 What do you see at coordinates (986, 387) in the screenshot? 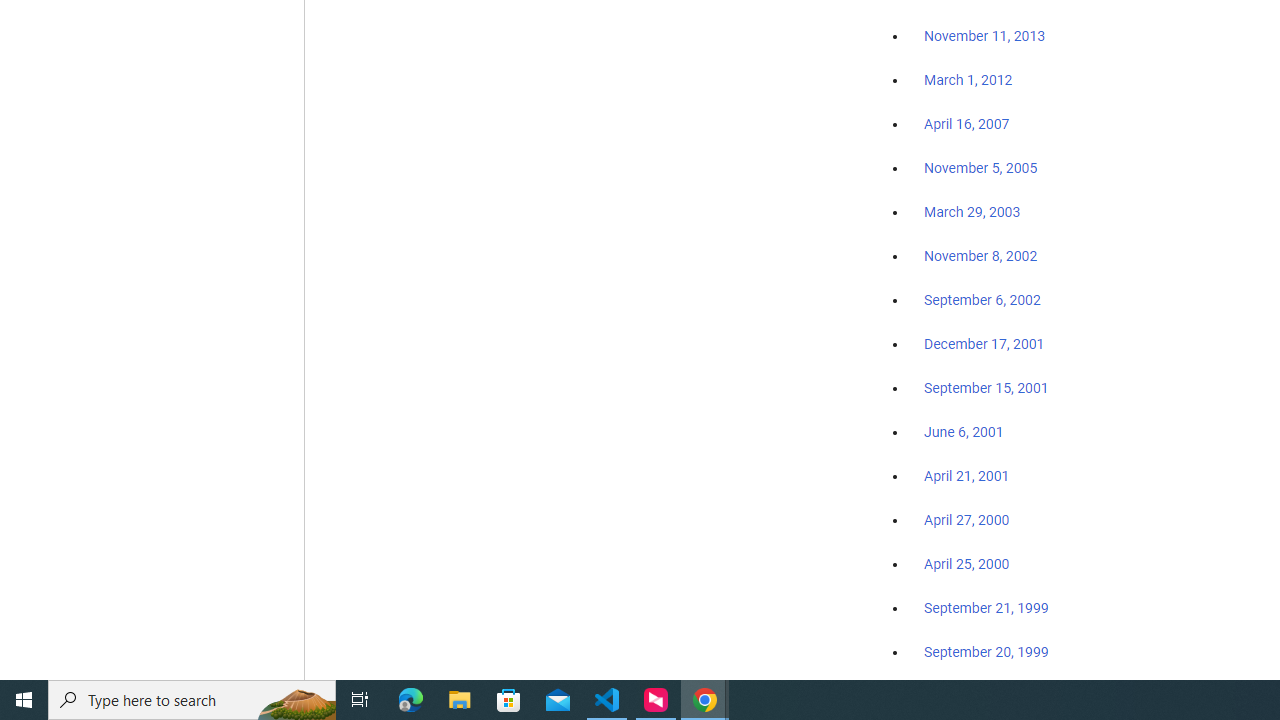
I see `'September 15, 2001'` at bounding box center [986, 387].